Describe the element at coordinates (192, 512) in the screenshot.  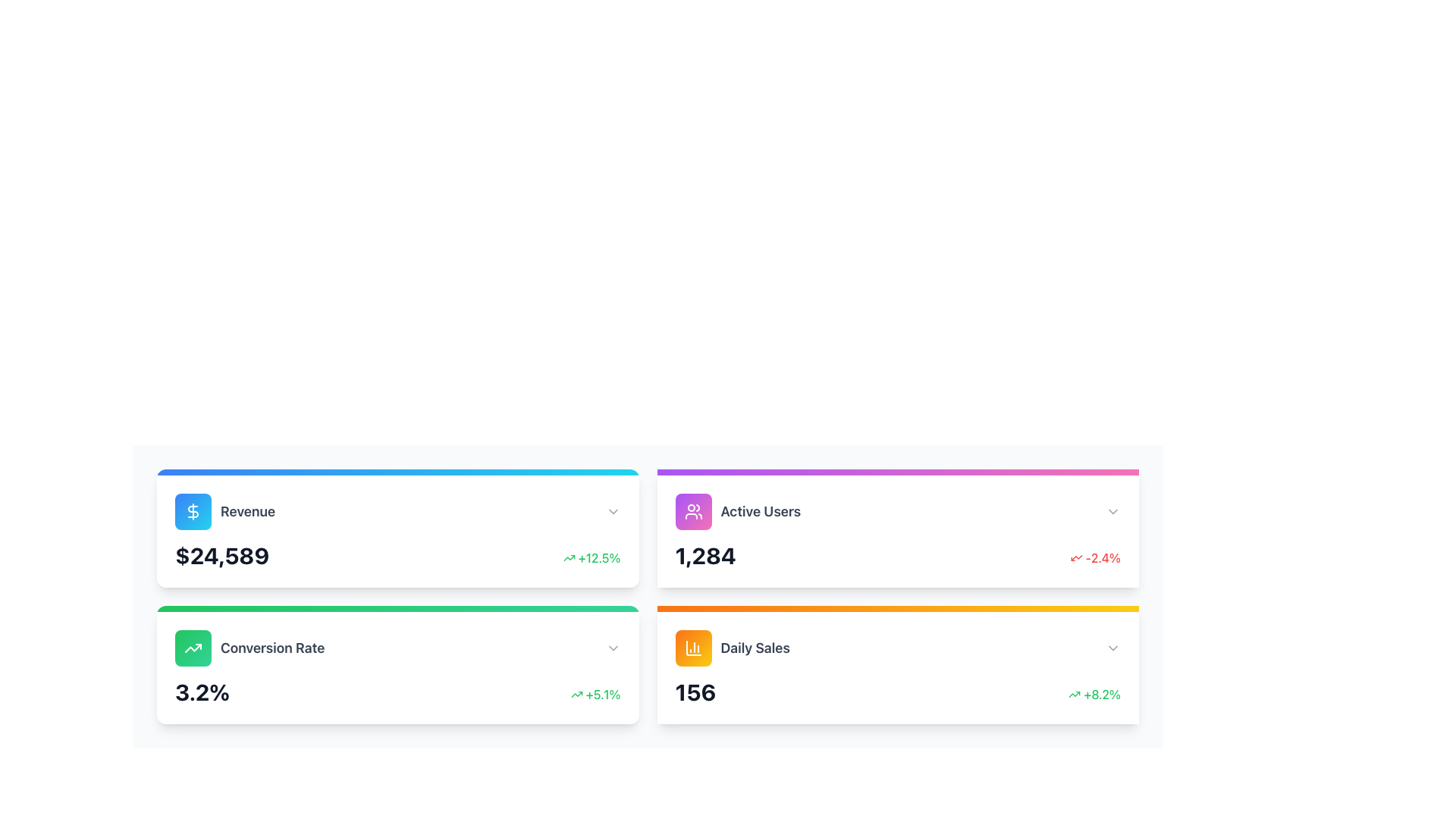
I see `the rounded square Icon with a gradient background and a white outlined dollar symbol, located at the top-left corner of the 'Revenue' card` at that location.